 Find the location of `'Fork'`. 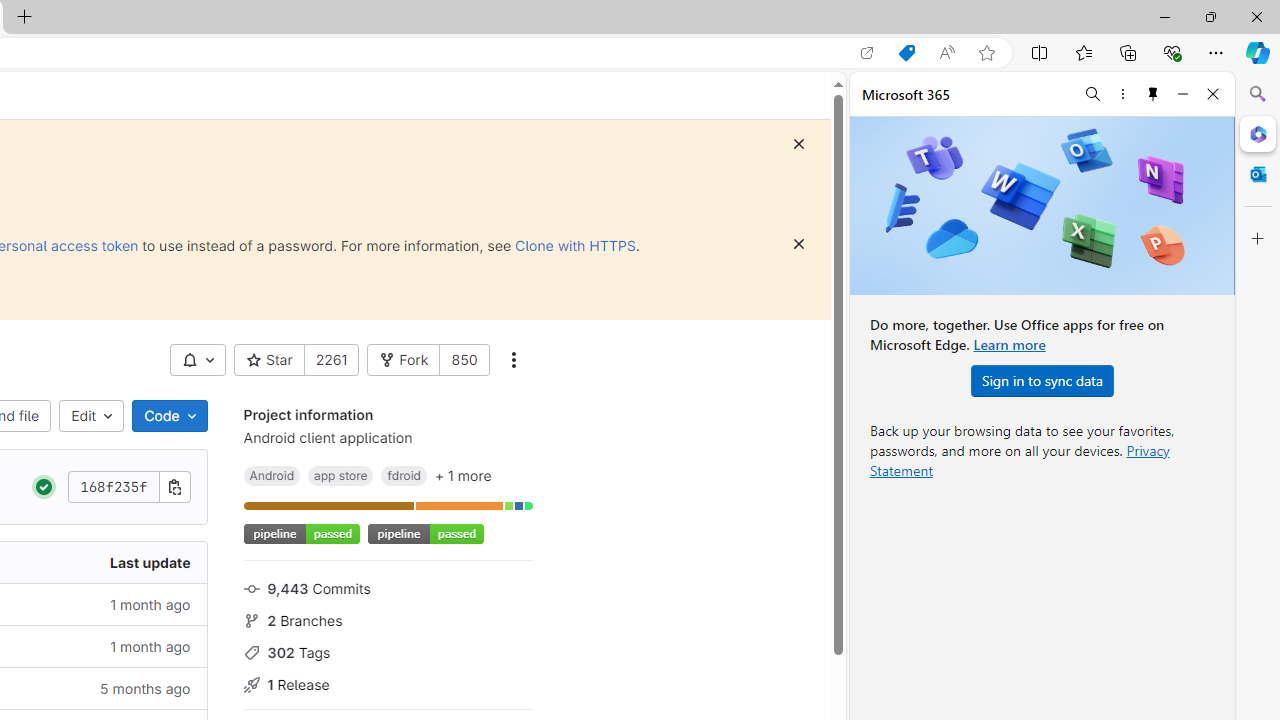

'Fork' is located at coordinates (403, 360).